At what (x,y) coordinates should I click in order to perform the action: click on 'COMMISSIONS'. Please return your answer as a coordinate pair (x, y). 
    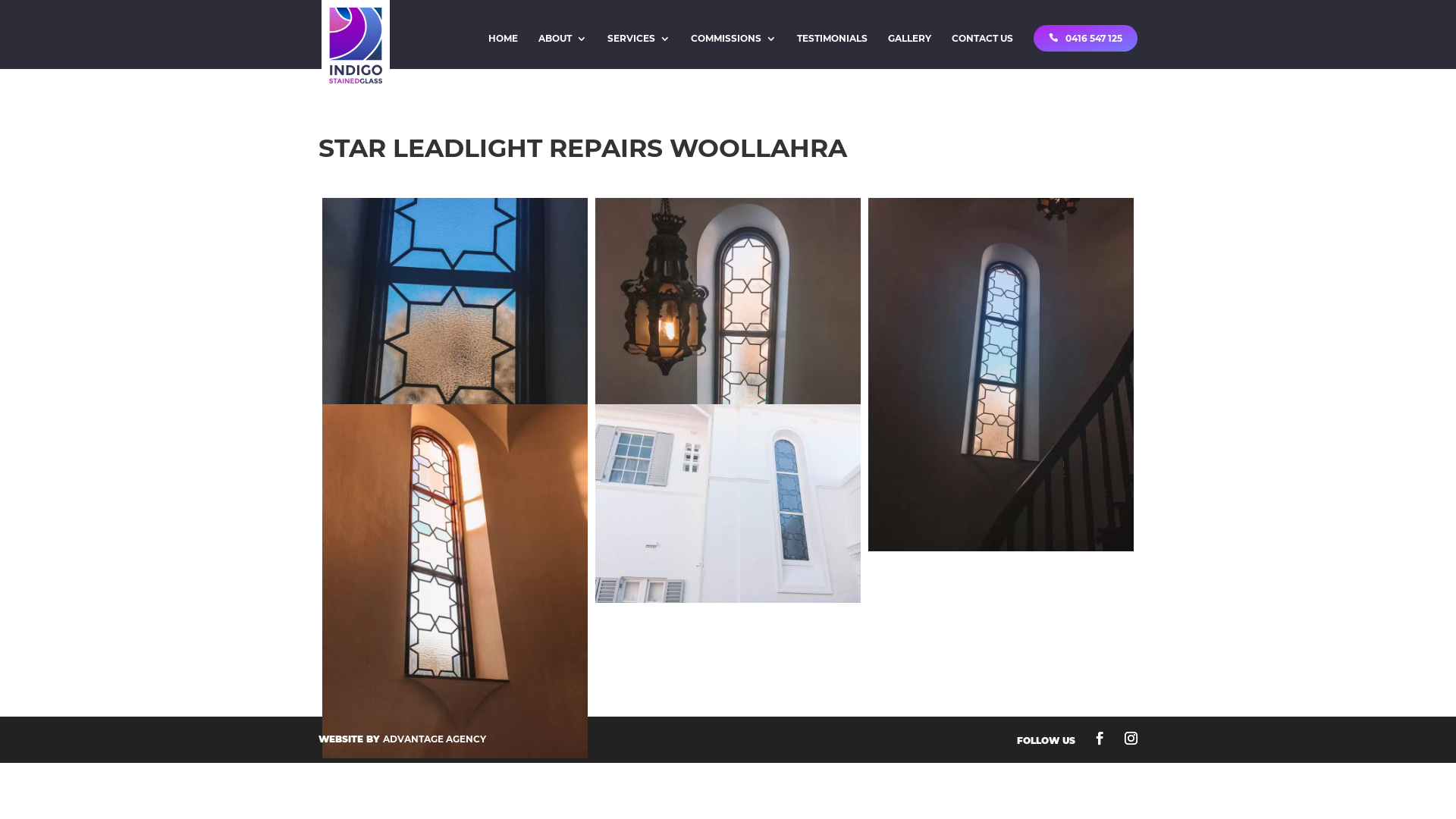
    Looking at the image, I should click on (733, 50).